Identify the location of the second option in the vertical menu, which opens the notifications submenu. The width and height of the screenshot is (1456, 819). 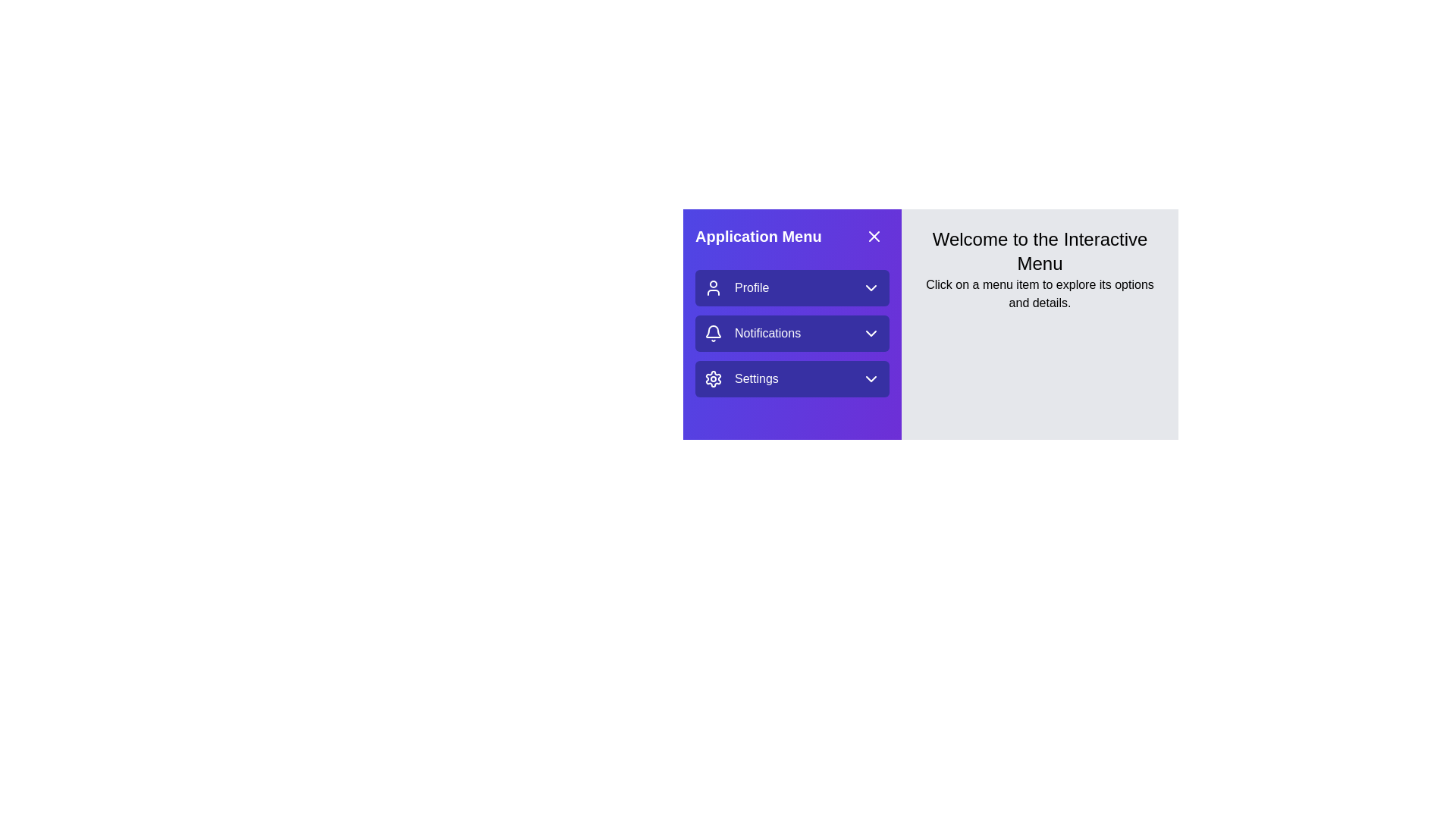
(792, 332).